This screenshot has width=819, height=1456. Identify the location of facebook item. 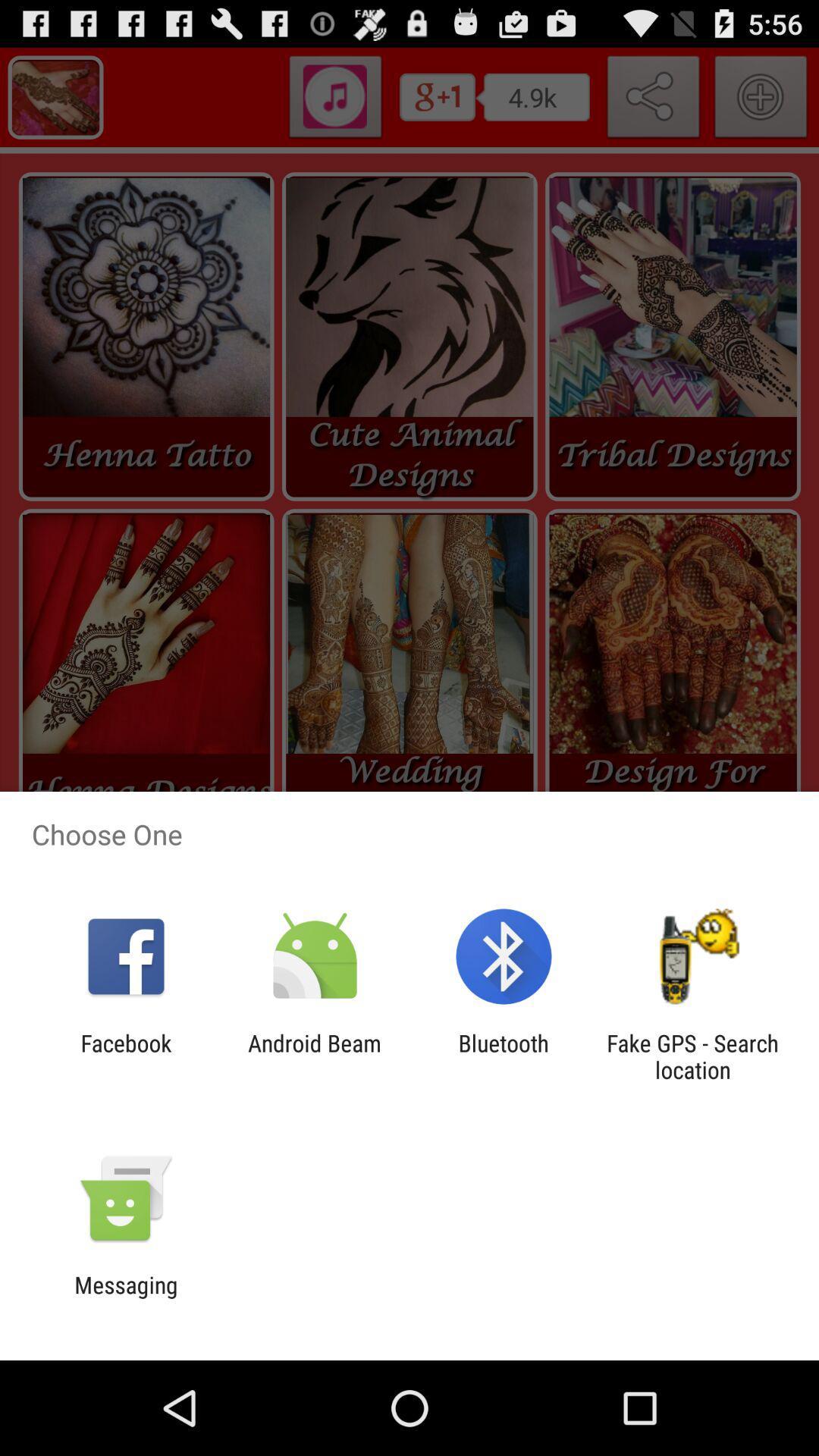
(125, 1056).